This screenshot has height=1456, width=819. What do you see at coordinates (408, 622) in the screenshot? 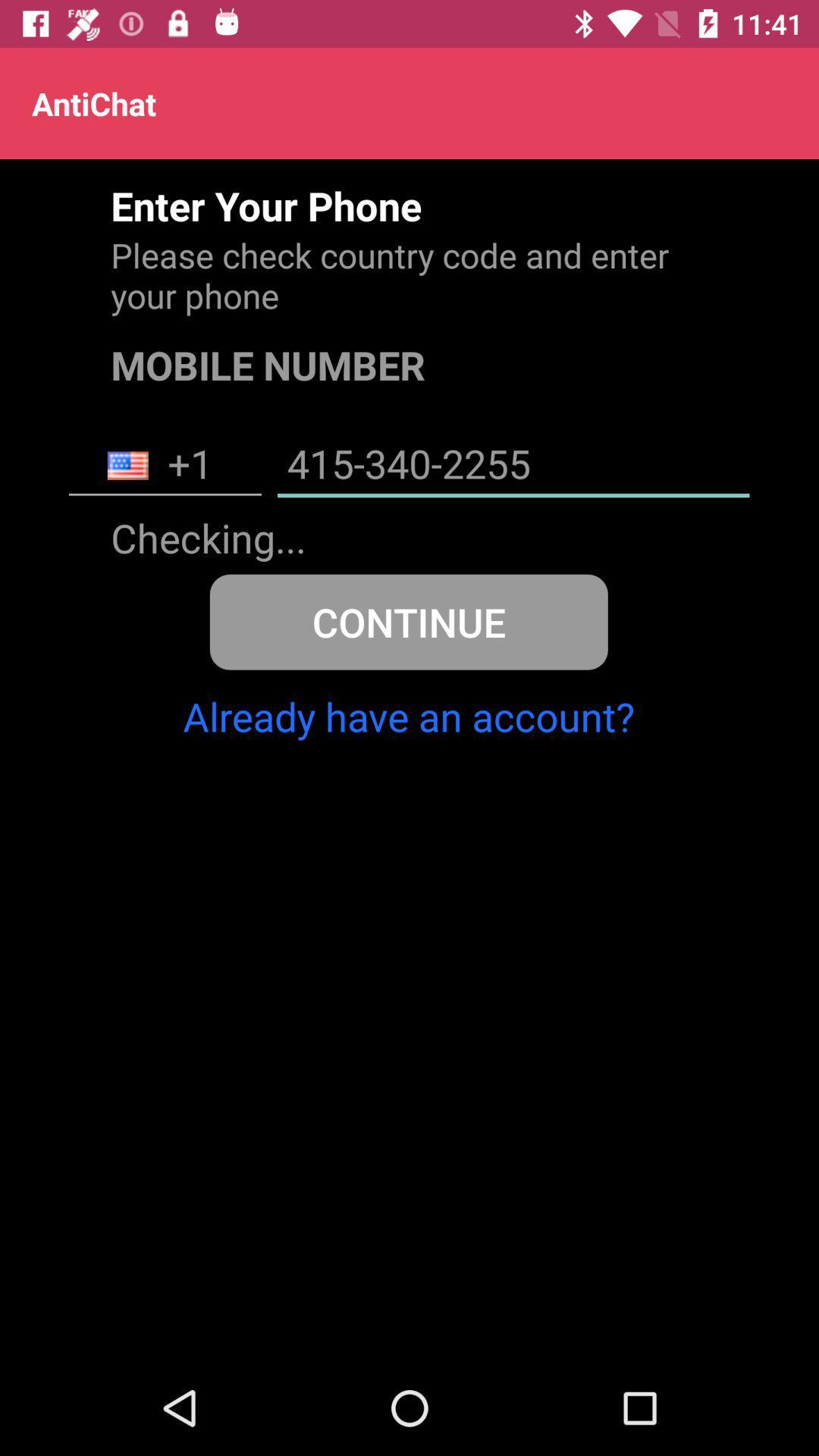
I see `icon above already have an icon` at bounding box center [408, 622].